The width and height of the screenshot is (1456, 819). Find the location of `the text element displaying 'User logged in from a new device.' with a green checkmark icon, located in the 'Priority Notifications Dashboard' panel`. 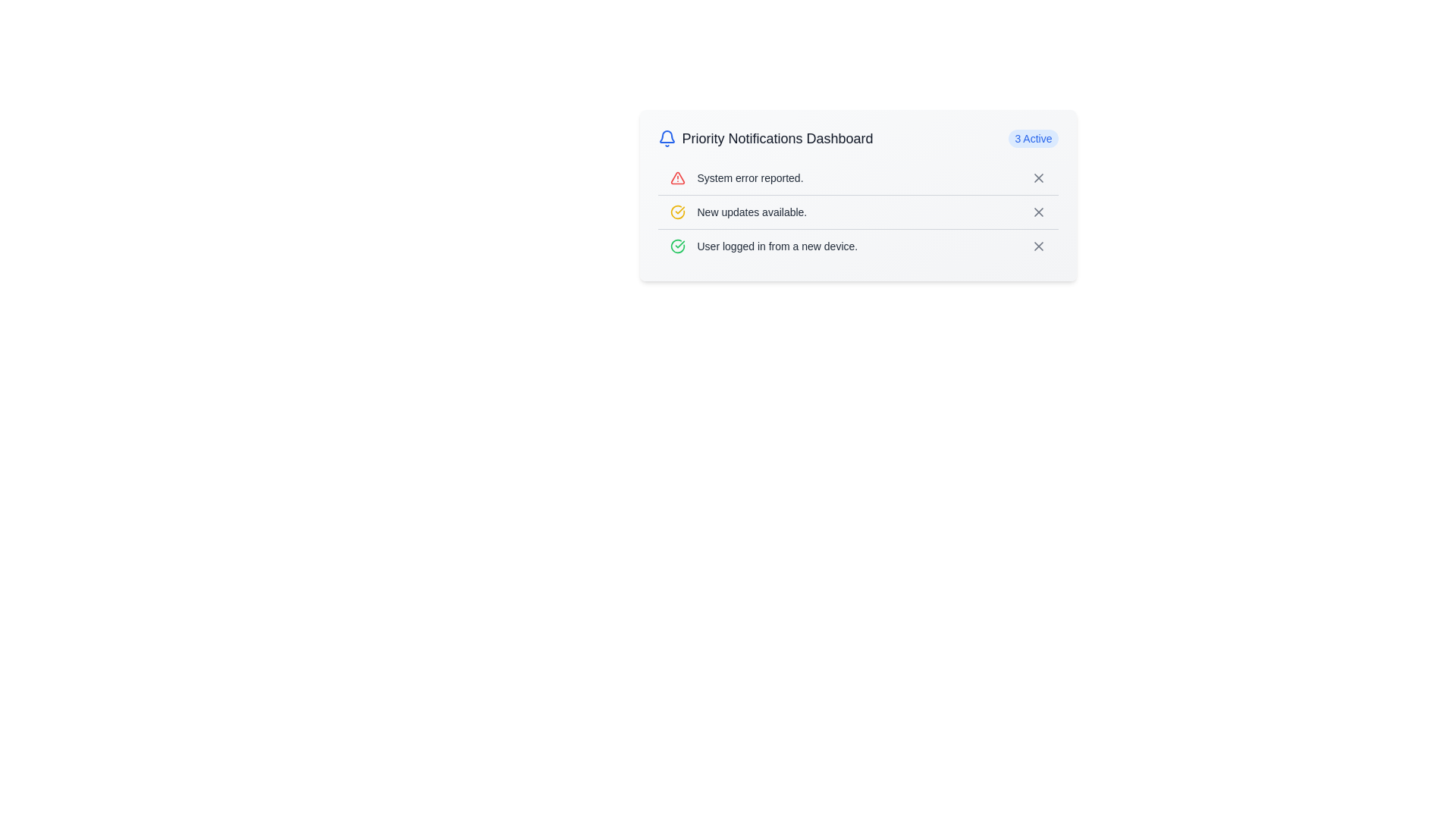

the text element displaying 'User logged in from a new device.' with a green checkmark icon, located in the 'Priority Notifications Dashboard' panel is located at coordinates (764, 245).